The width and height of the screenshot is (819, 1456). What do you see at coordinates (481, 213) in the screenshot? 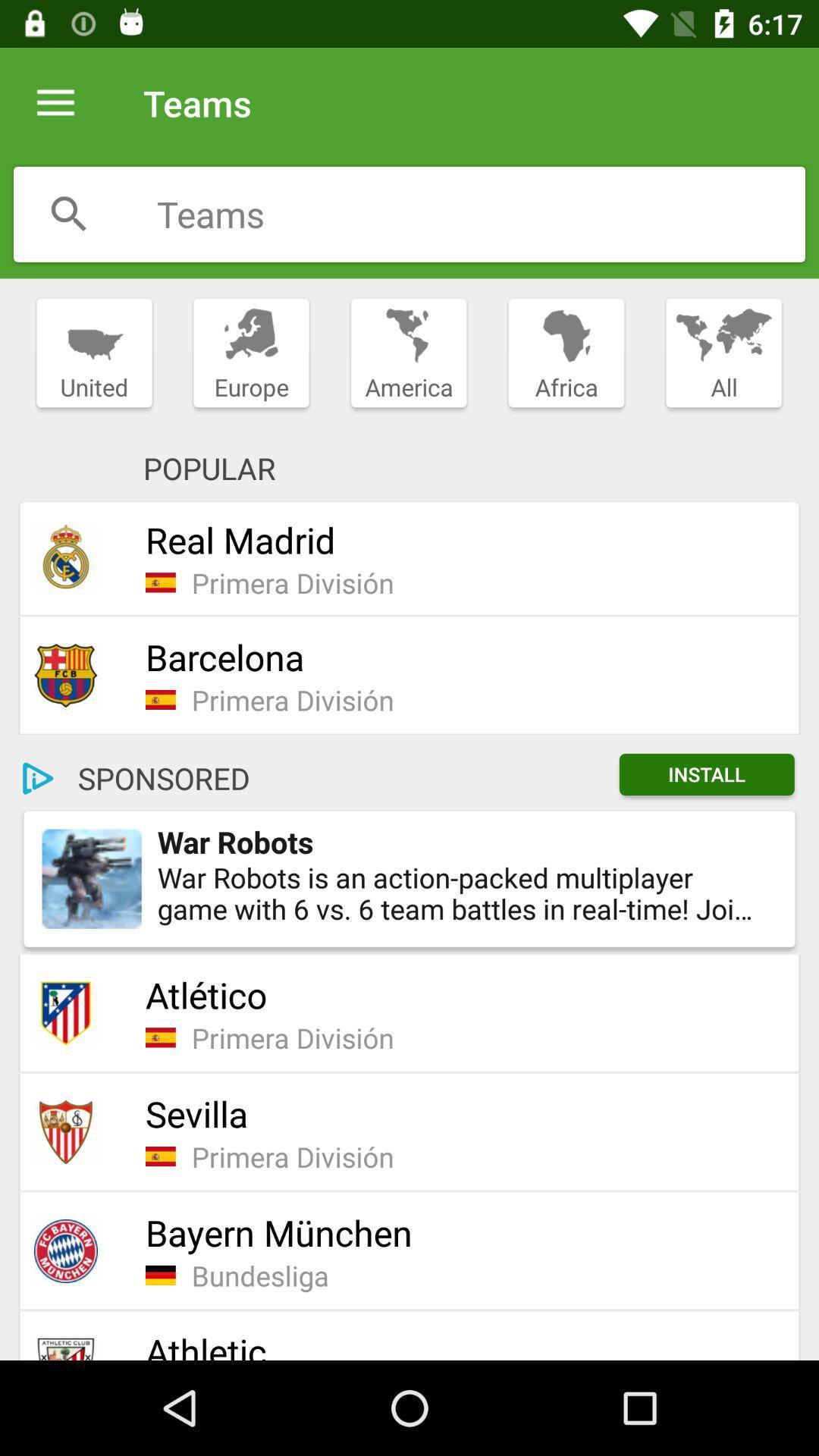
I see `search` at bounding box center [481, 213].